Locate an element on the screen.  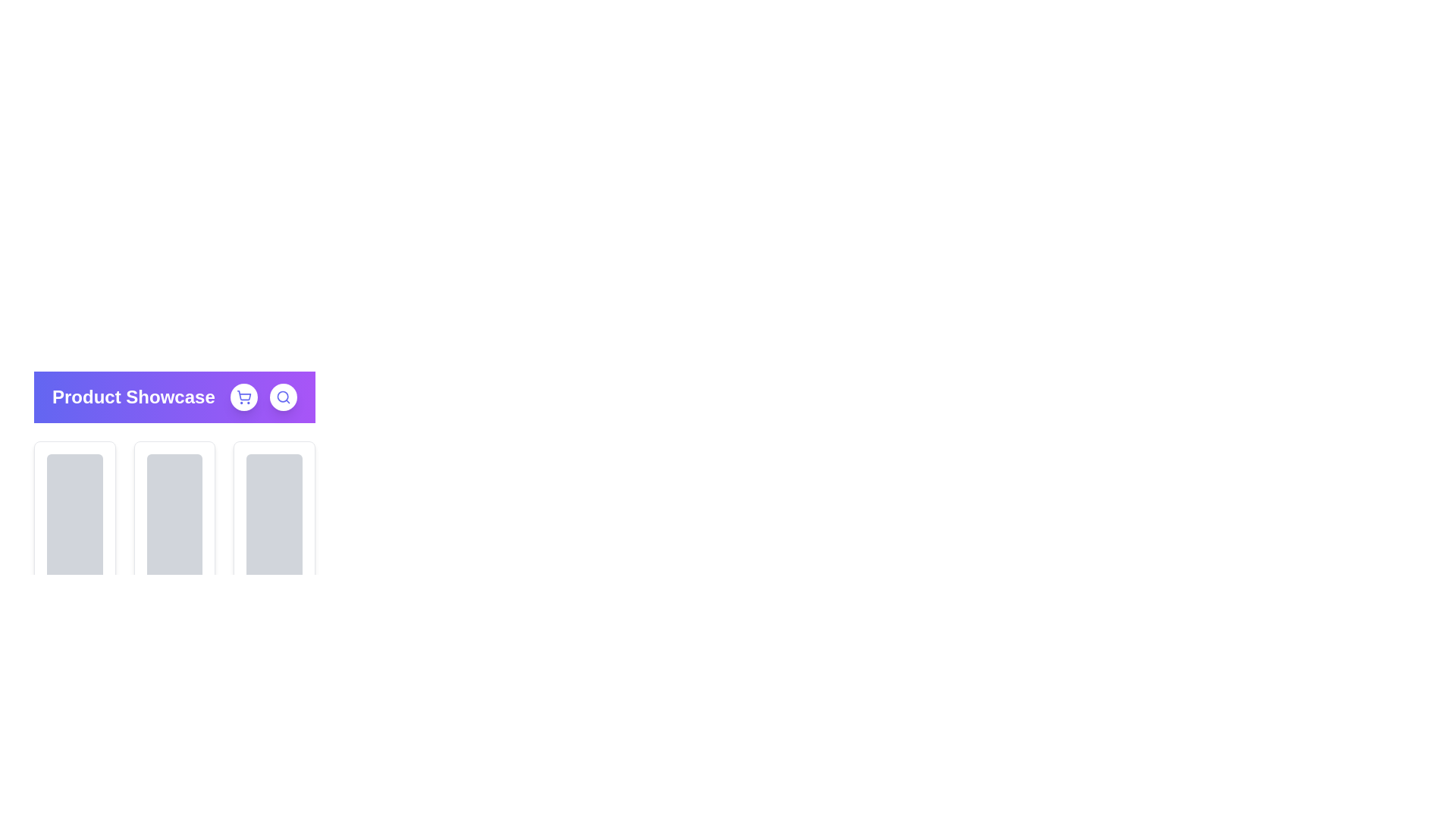
the rectangular gray area with rounded corners styled as an image placeholder, located in the third column of the product list, above 'Product 3' and the 'Details' button is located at coordinates (275, 526).